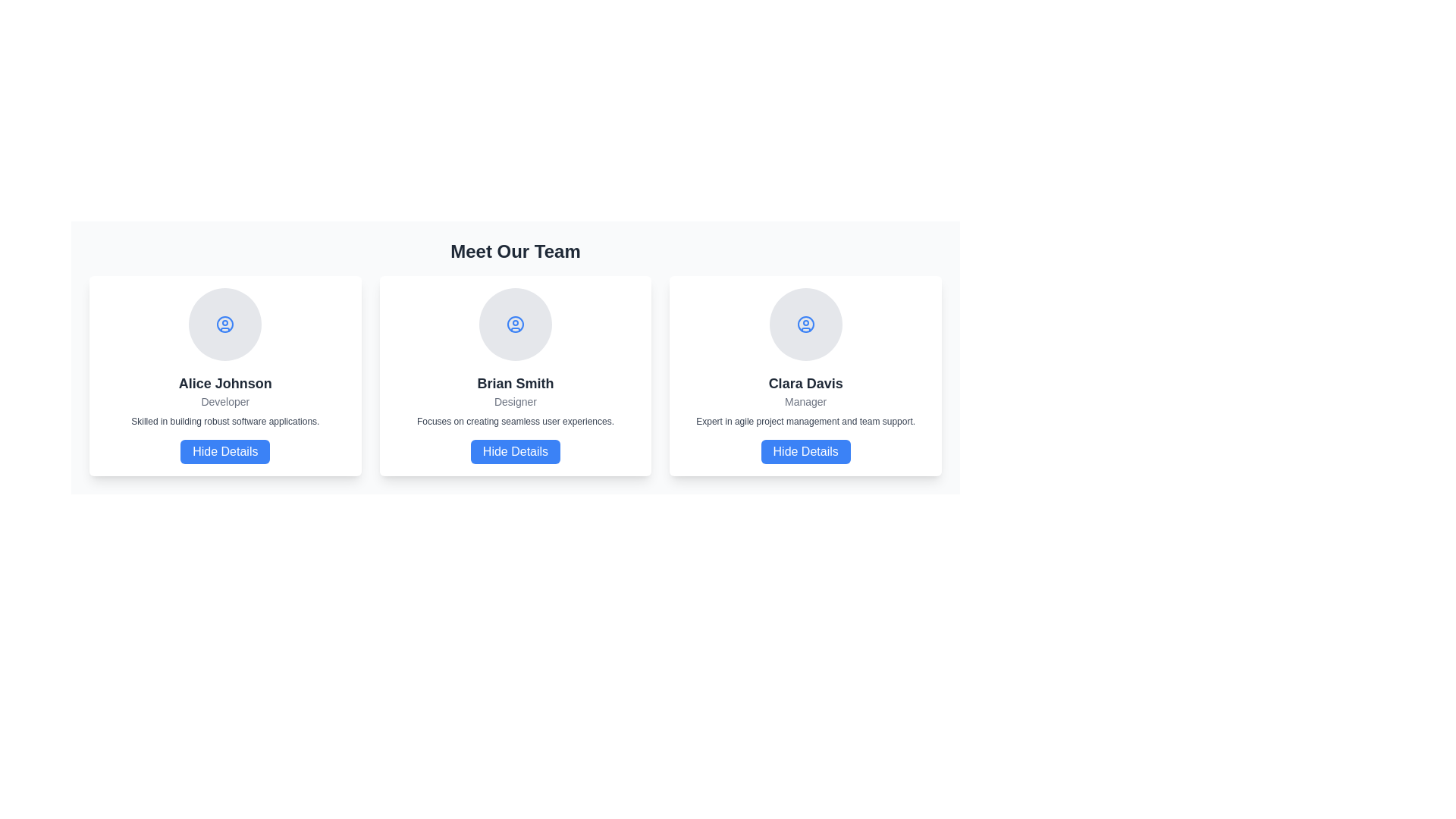 This screenshot has width=1456, height=819. What do you see at coordinates (224, 451) in the screenshot?
I see `the 'Hide Details' button with a blue background and white text, located at the bottom of the card for Alice Johnson, to hide additional details` at bounding box center [224, 451].